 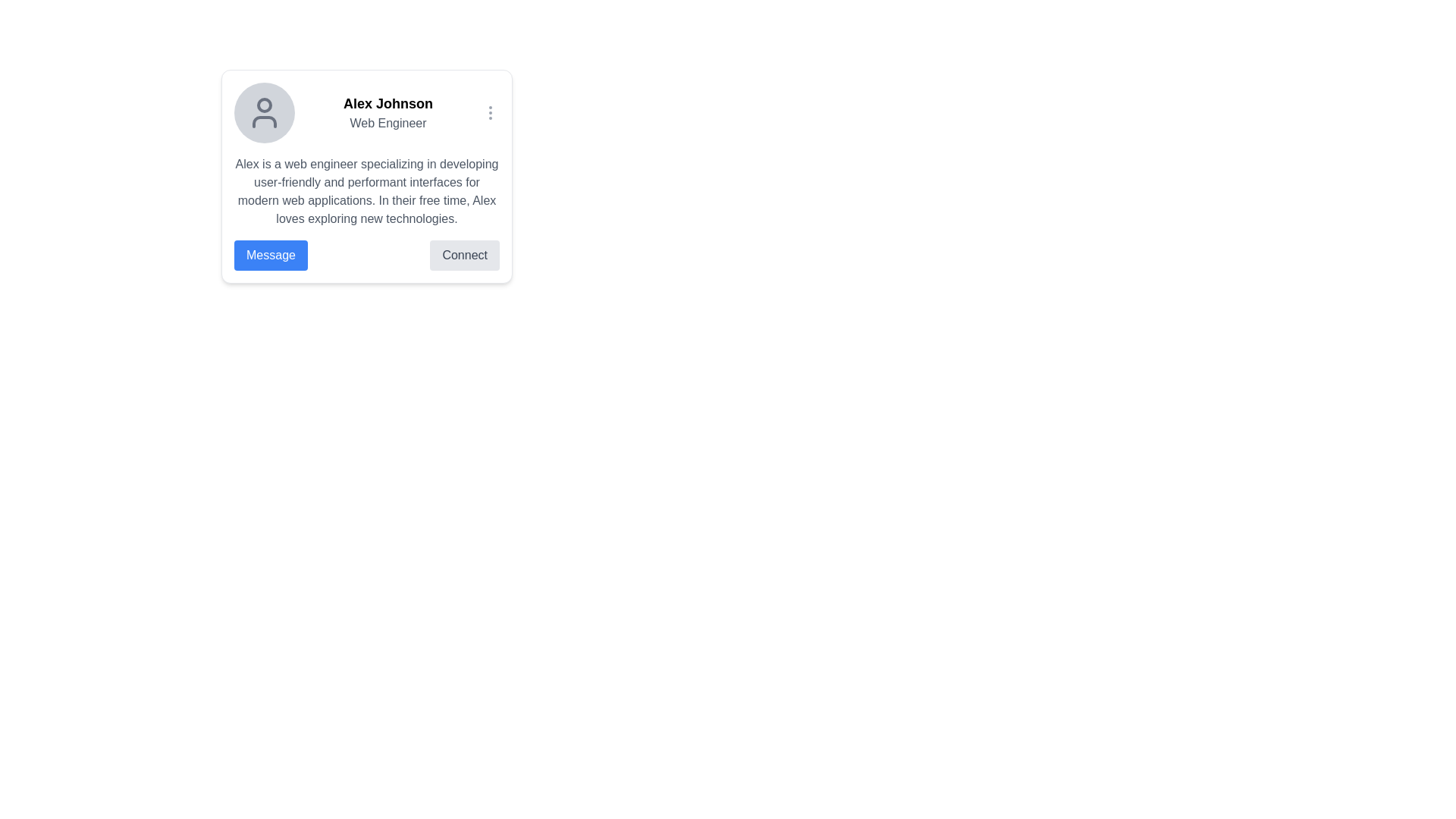 I want to click on profile details by clicking on the Profile Header Section, which includes the avatar icon, the name 'Alex Johnson', and the title 'Web Engineer', so click(x=367, y=112).